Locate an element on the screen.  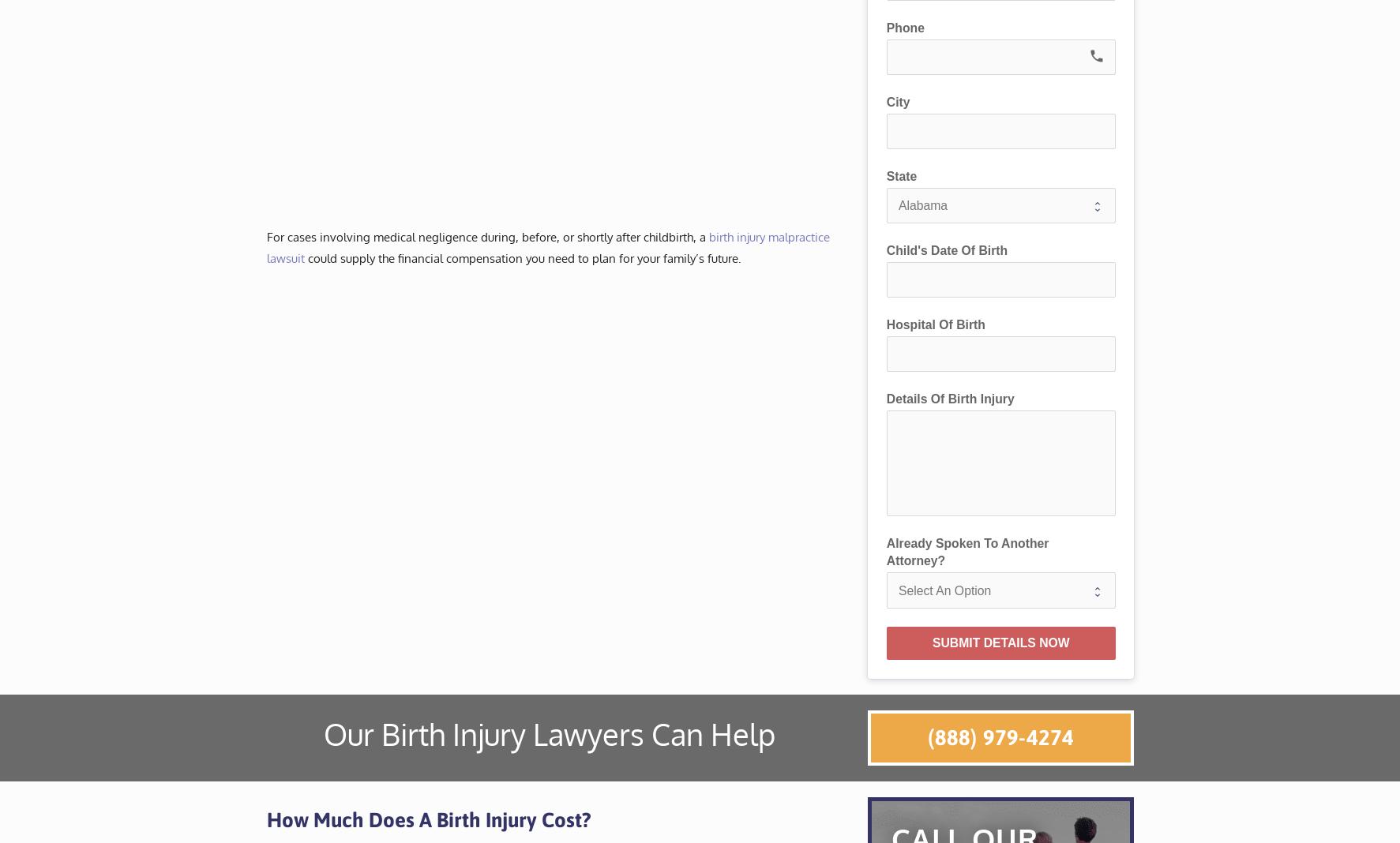
'(888) 979-4274' is located at coordinates (1000, 736).